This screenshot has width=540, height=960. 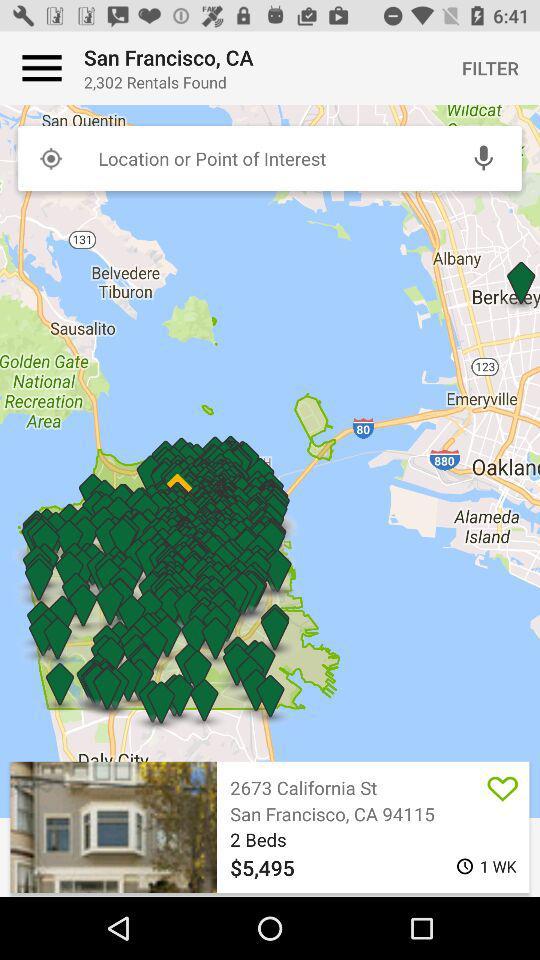 What do you see at coordinates (482, 157) in the screenshot?
I see `the microphone icon` at bounding box center [482, 157].